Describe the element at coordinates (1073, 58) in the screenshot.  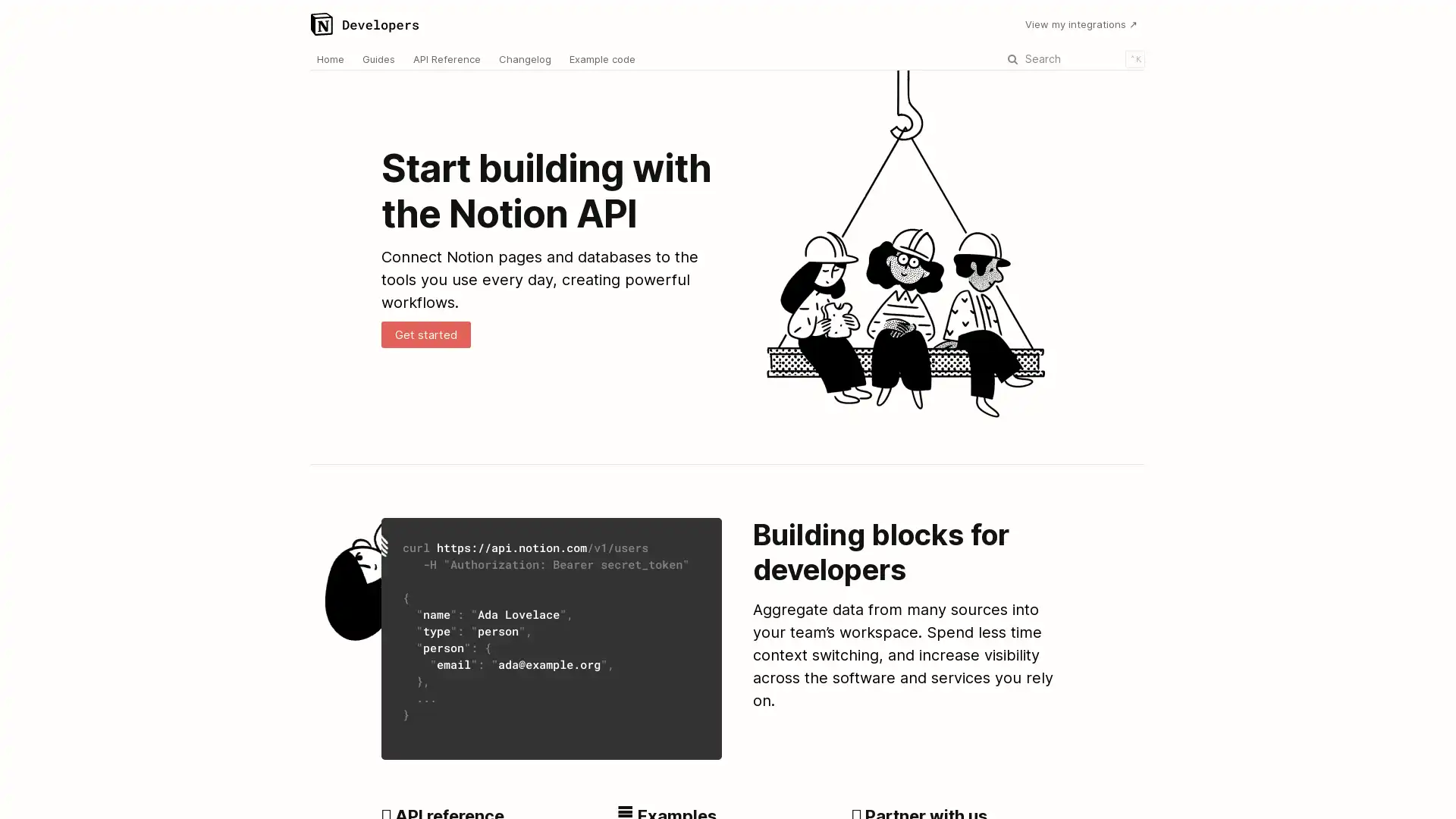
I see `Search K` at that location.